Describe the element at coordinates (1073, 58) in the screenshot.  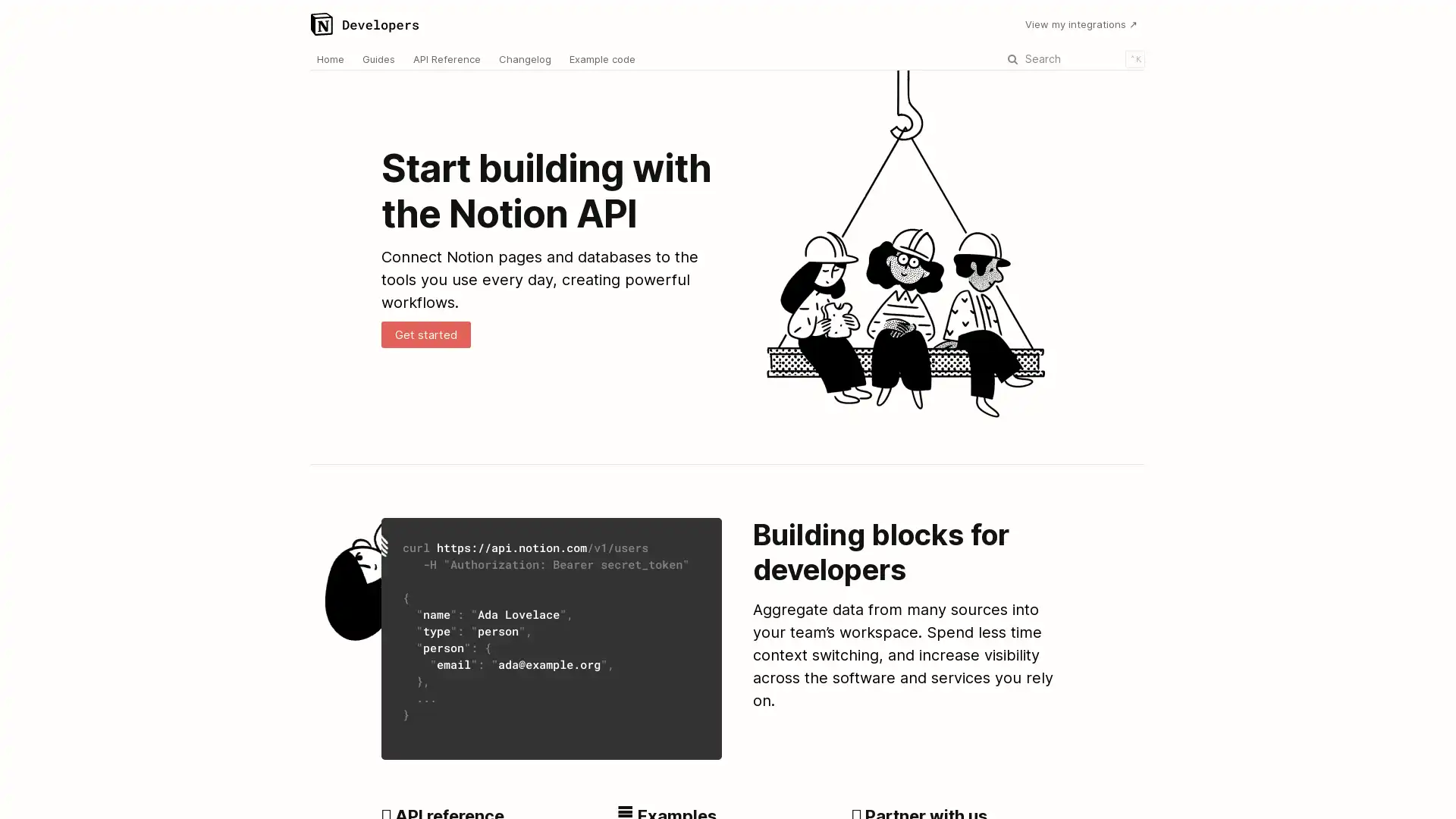
I see `Search K` at that location.